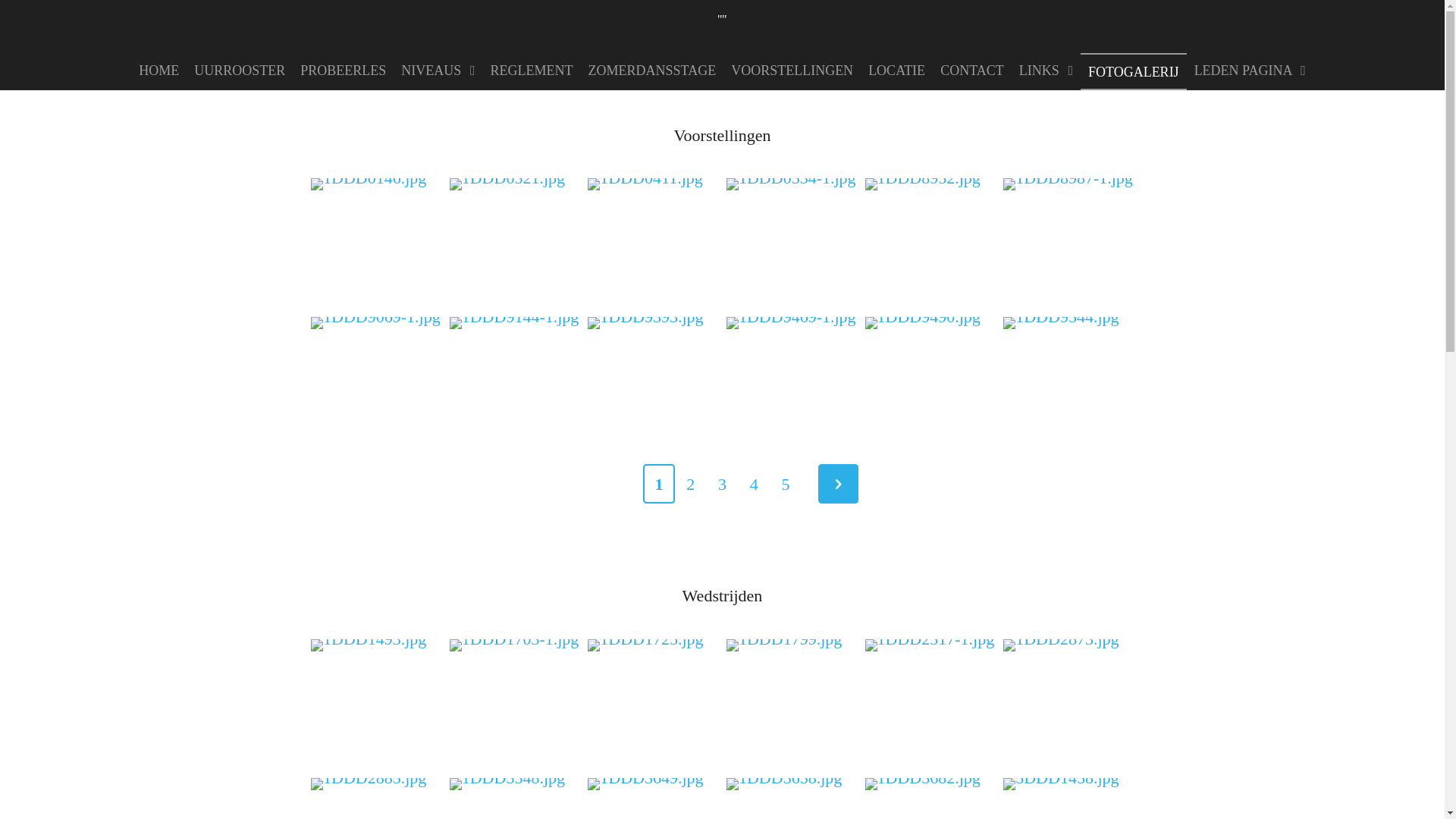 The width and height of the screenshot is (1456, 819). I want to click on 'NIVEAUS', so click(393, 70).